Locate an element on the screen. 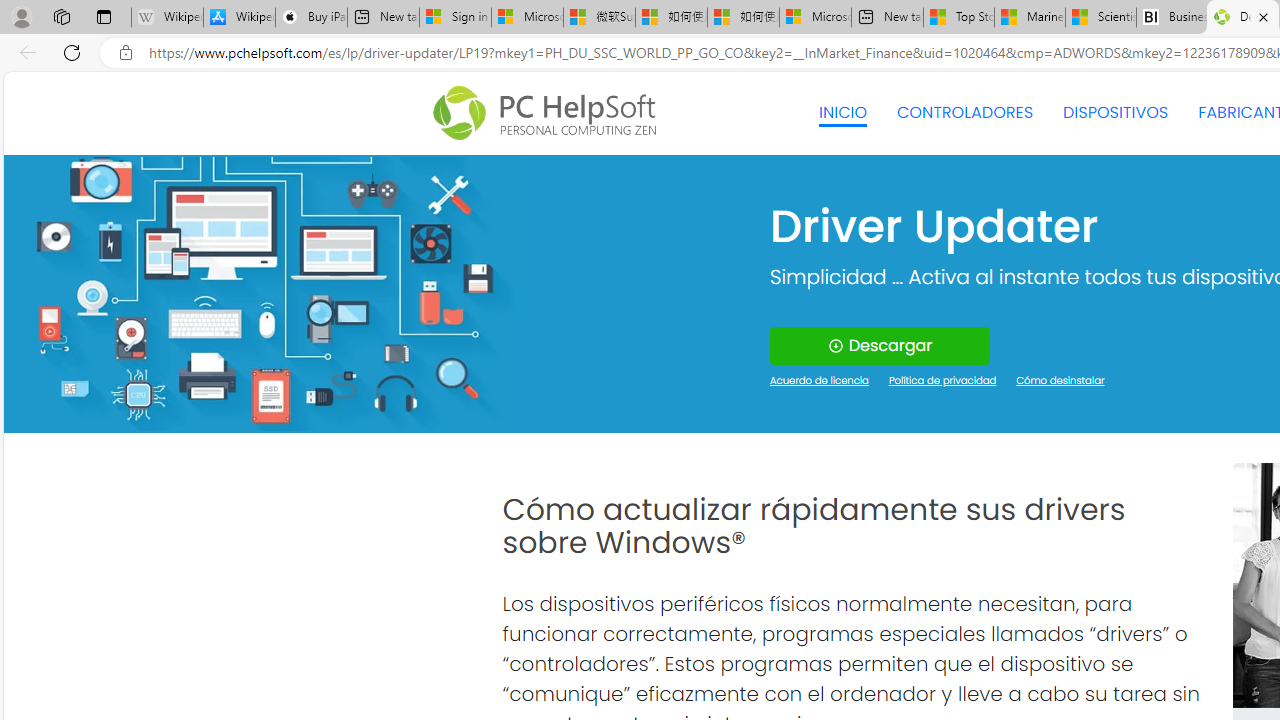 The image size is (1280, 720). 'Sign in to your Microsoft account' is located at coordinates (454, 17).